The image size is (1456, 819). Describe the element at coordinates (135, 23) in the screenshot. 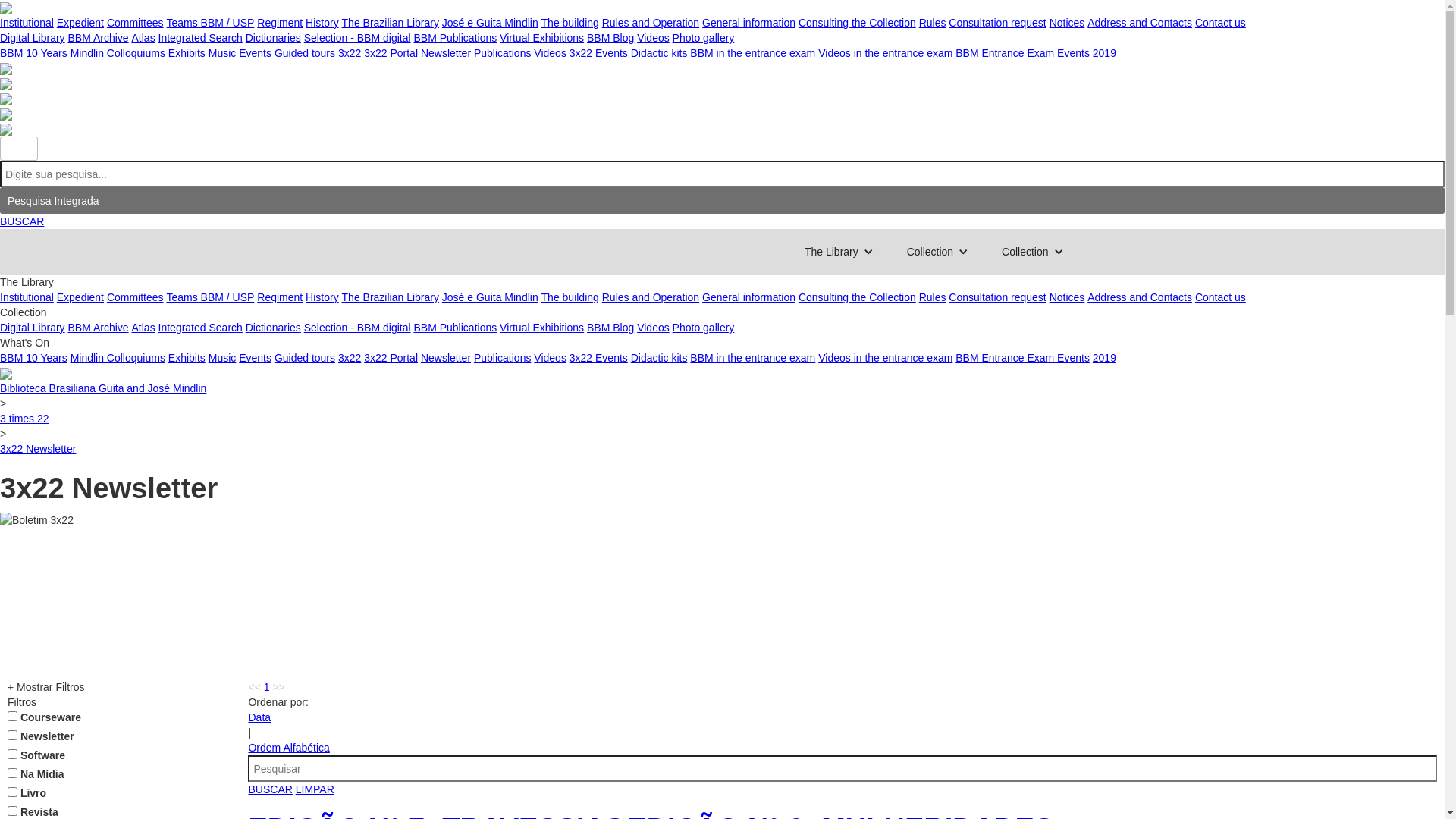

I see `'Committees'` at that location.